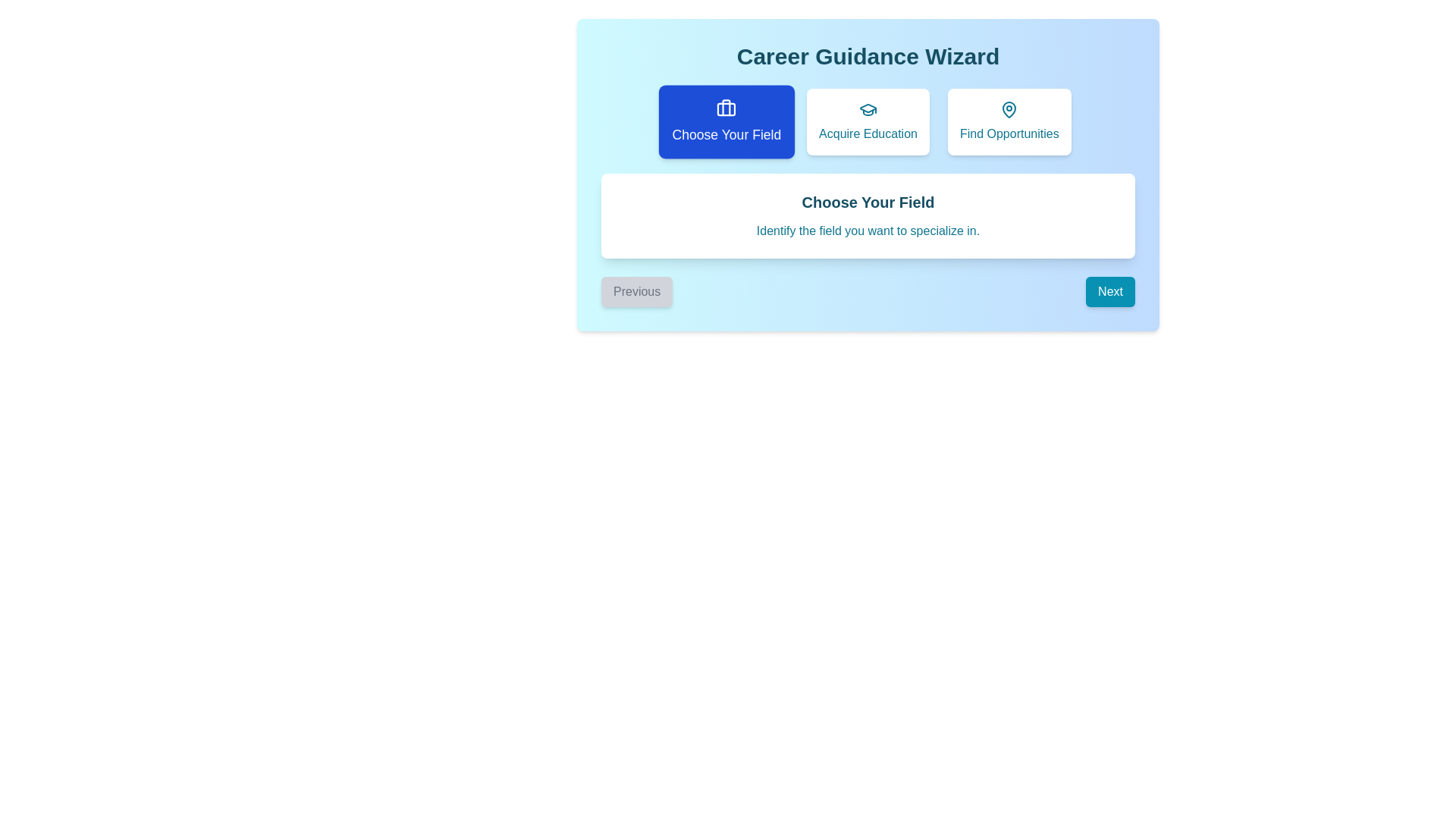 Image resolution: width=1456 pixels, height=819 pixels. Describe the element at coordinates (868, 109) in the screenshot. I see `the 'Acquire Education' icon, which is centrally positioned within the 'Acquire Education' button, located near the top portion of the interface` at that location.